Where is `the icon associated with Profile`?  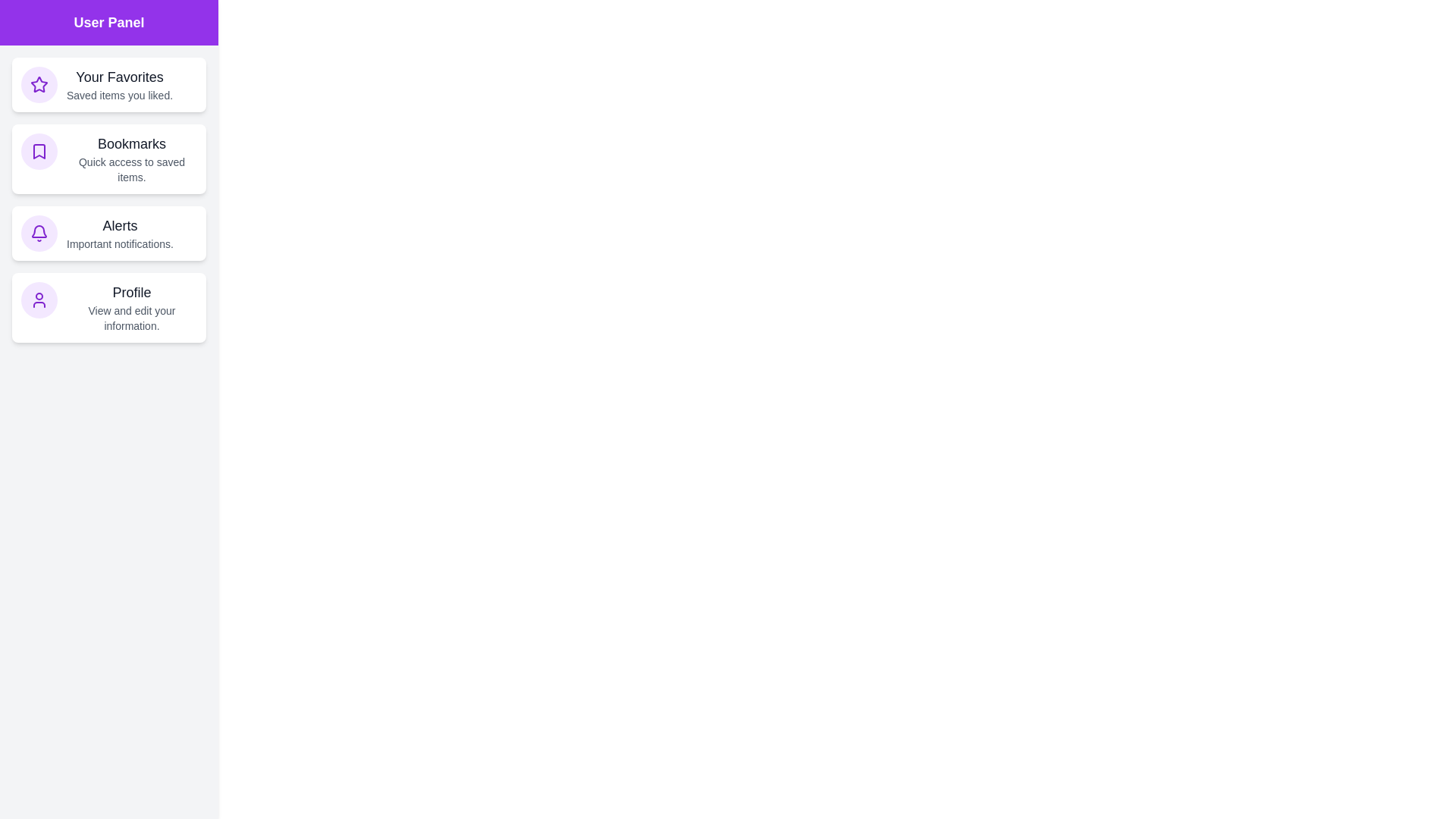 the icon associated with Profile is located at coordinates (39, 300).